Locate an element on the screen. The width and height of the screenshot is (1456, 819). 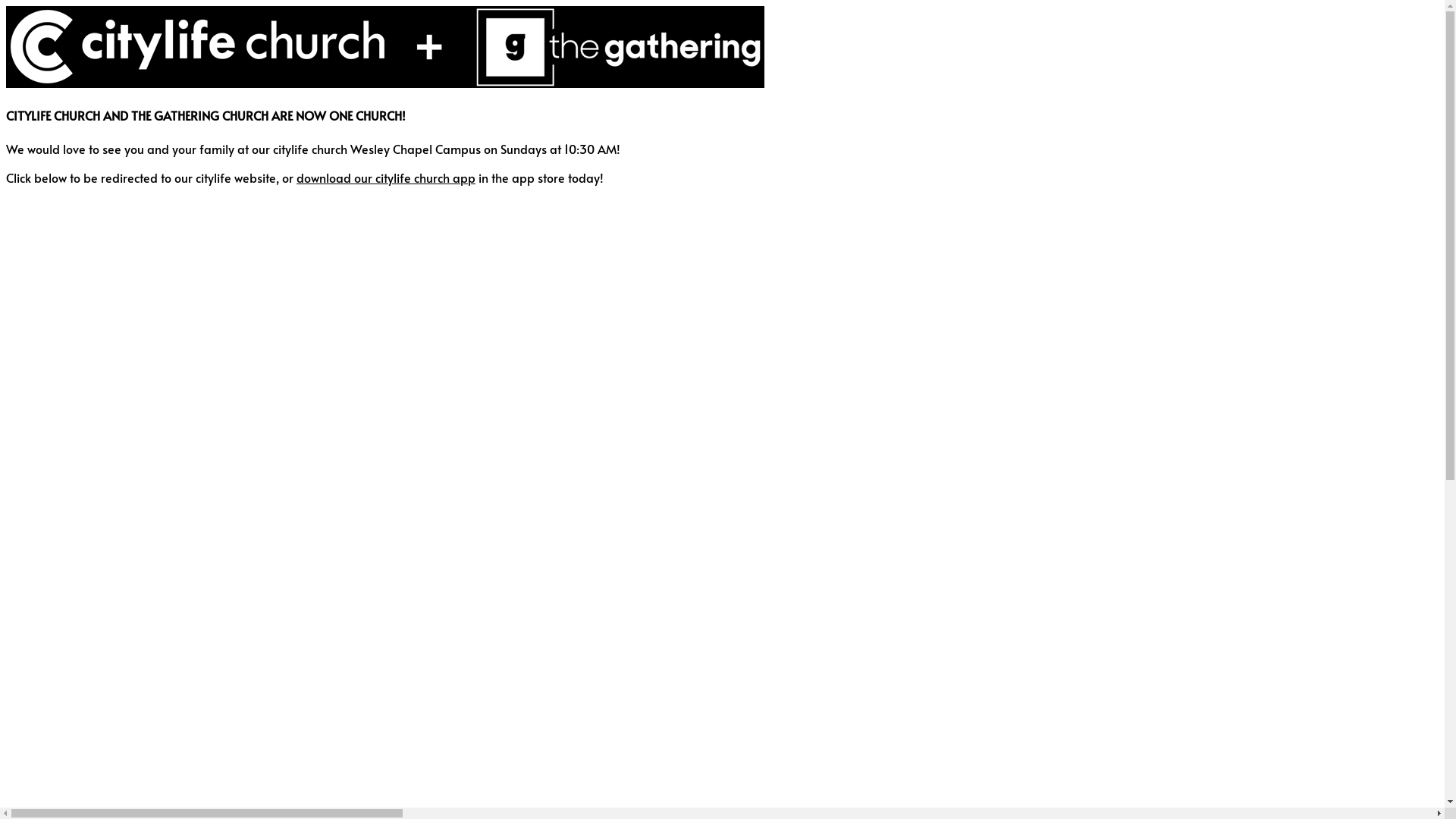
'download our citylife church app' is located at coordinates (296, 177).